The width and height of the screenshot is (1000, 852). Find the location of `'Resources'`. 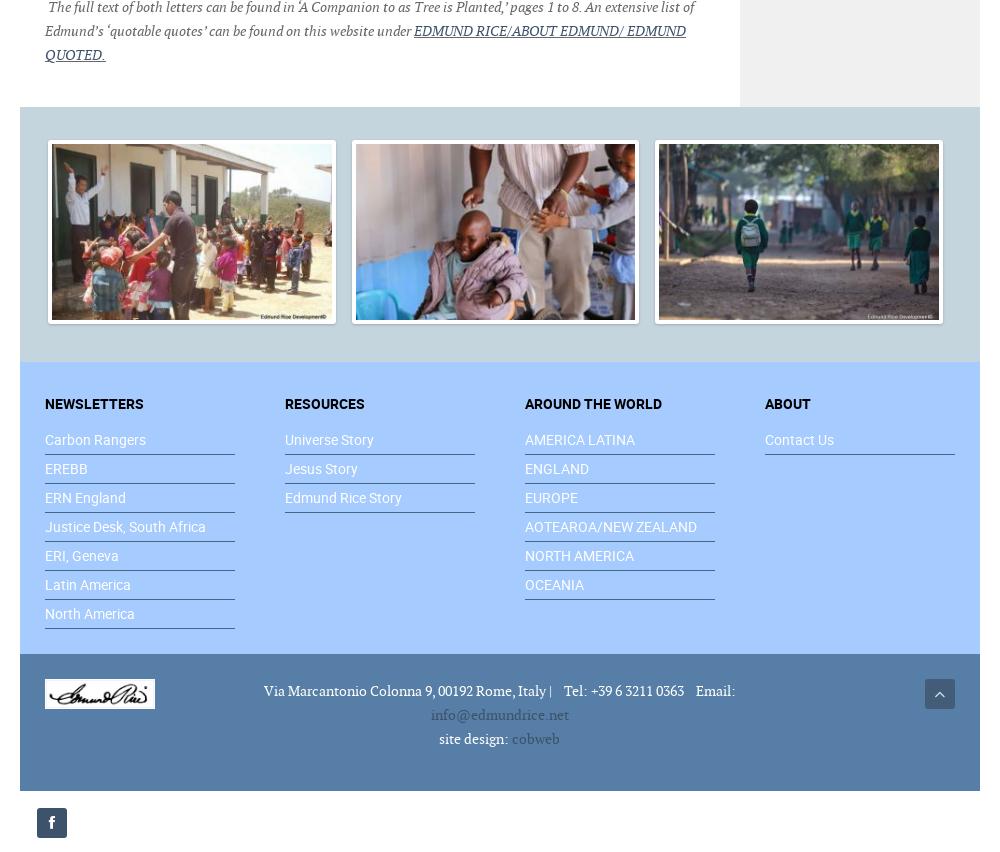

'Resources' is located at coordinates (324, 402).